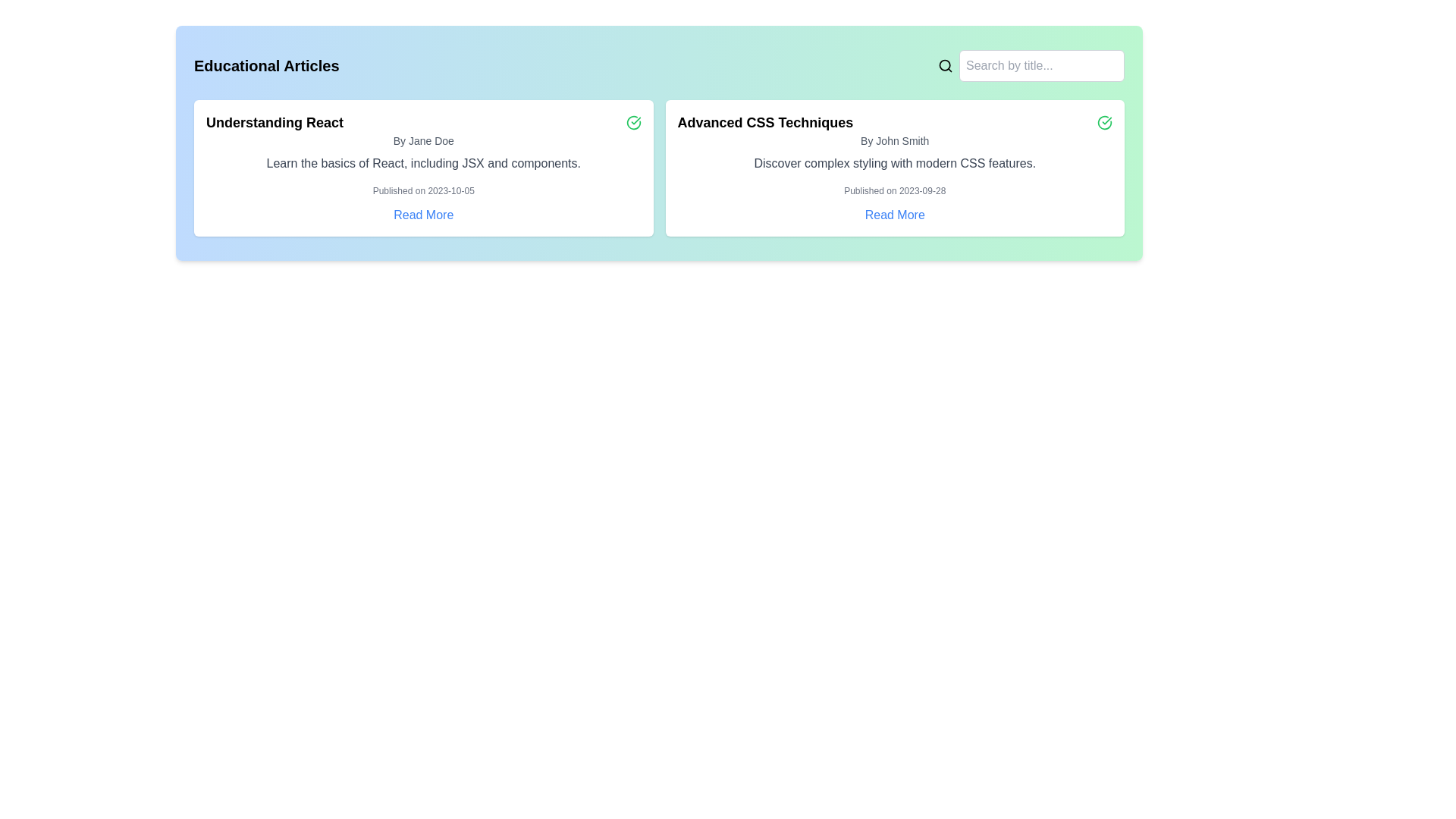 This screenshot has width=1456, height=819. I want to click on the visual indicator icon located at the top-right of the 'Understanding React' section, which marks content as completed or approved, so click(633, 122).